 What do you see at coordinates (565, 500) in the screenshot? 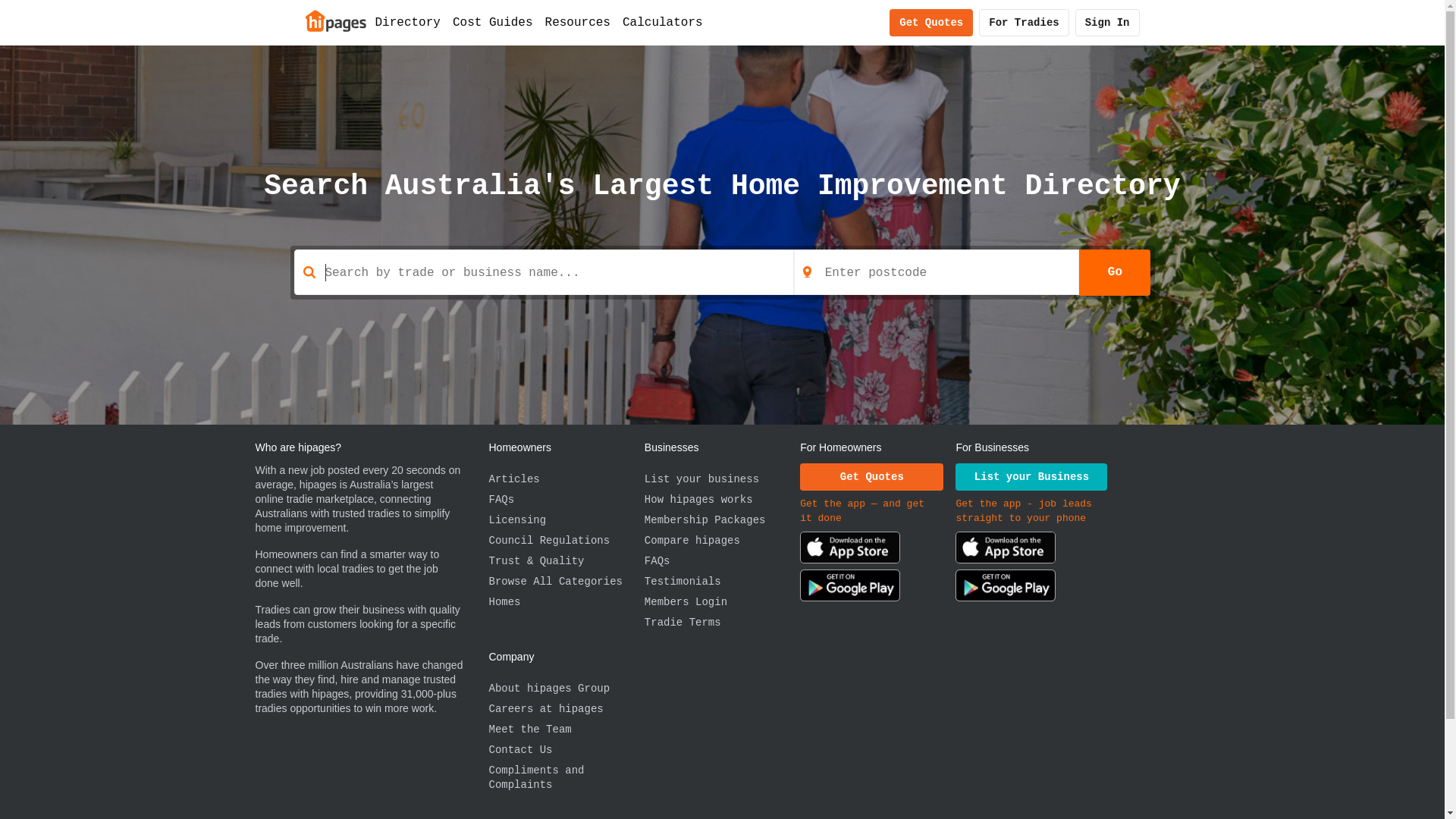
I see `'FAQs'` at bounding box center [565, 500].